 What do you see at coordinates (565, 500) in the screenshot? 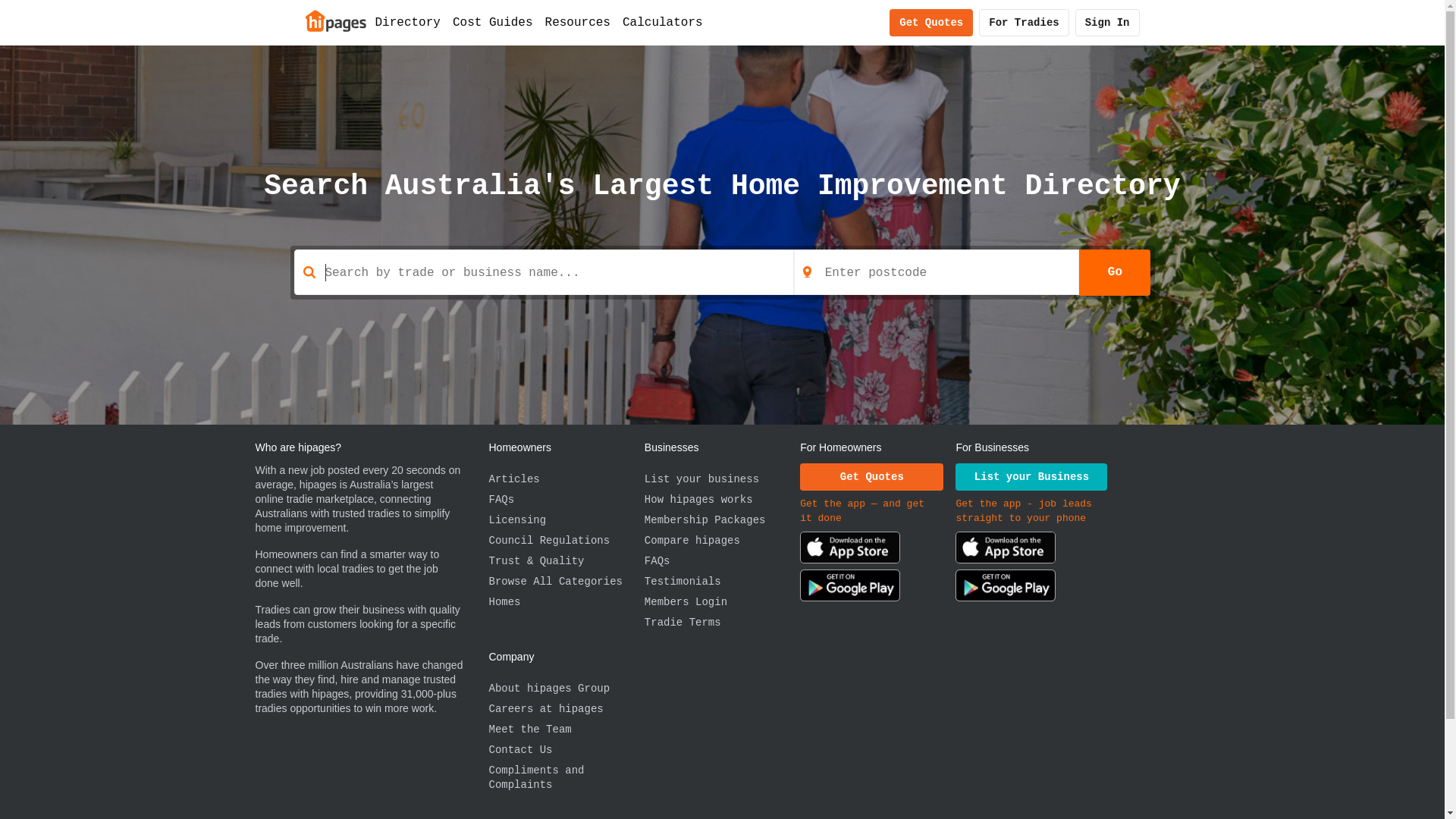
I see `'FAQs'` at bounding box center [565, 500].